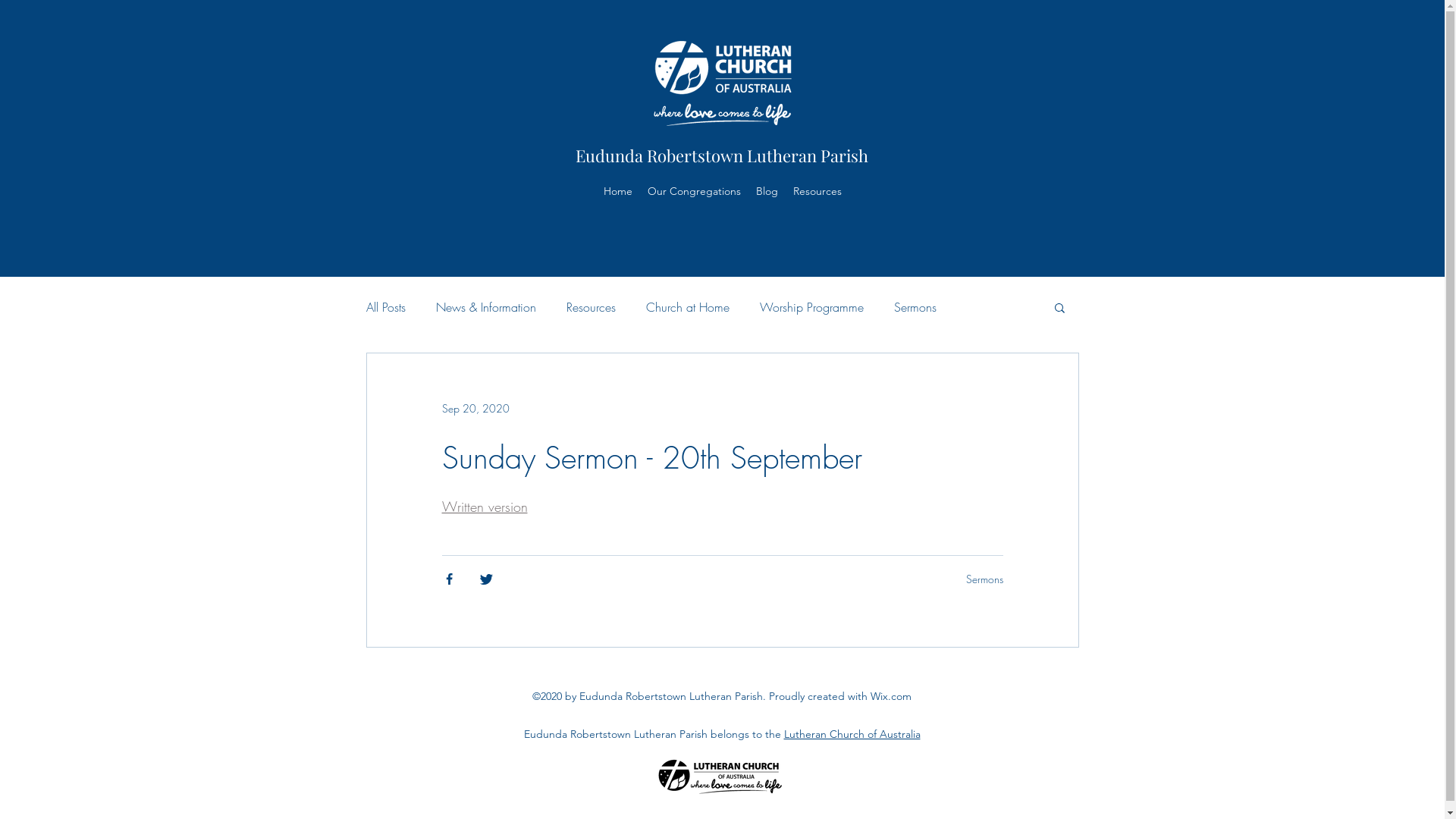 This screenshot has height=819, width=1456. Describe the element at coordinates (748, 190) in the screenshot. I see `'Blog'` at that location.